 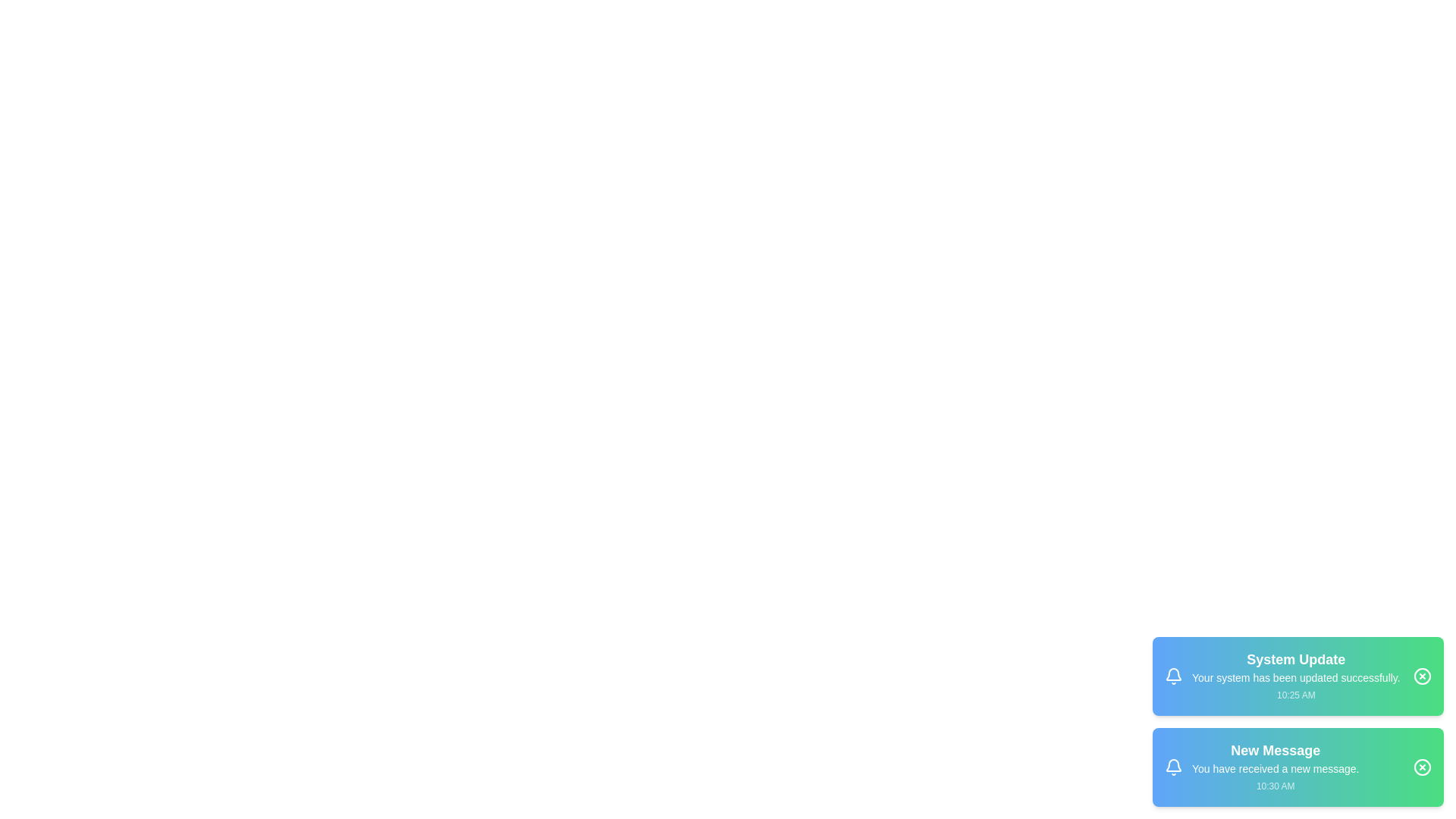 What do you see at coordinates (1173, 675) in the screenshot?
I see `the notification icon to visually identify it` at bounding box center [1173, 675].